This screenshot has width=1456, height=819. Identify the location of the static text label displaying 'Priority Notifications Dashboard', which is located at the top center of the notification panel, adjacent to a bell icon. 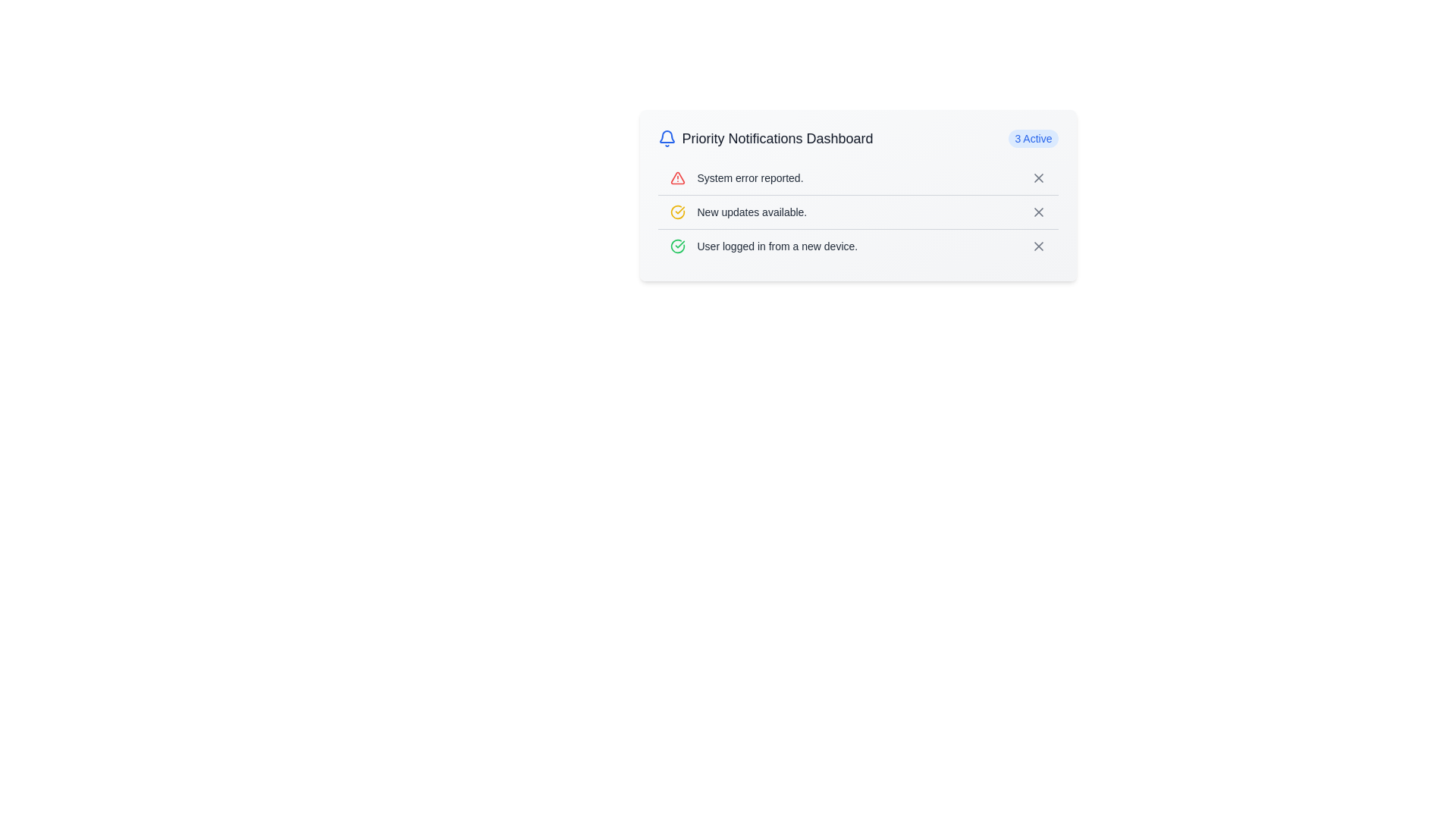
(777, 138).